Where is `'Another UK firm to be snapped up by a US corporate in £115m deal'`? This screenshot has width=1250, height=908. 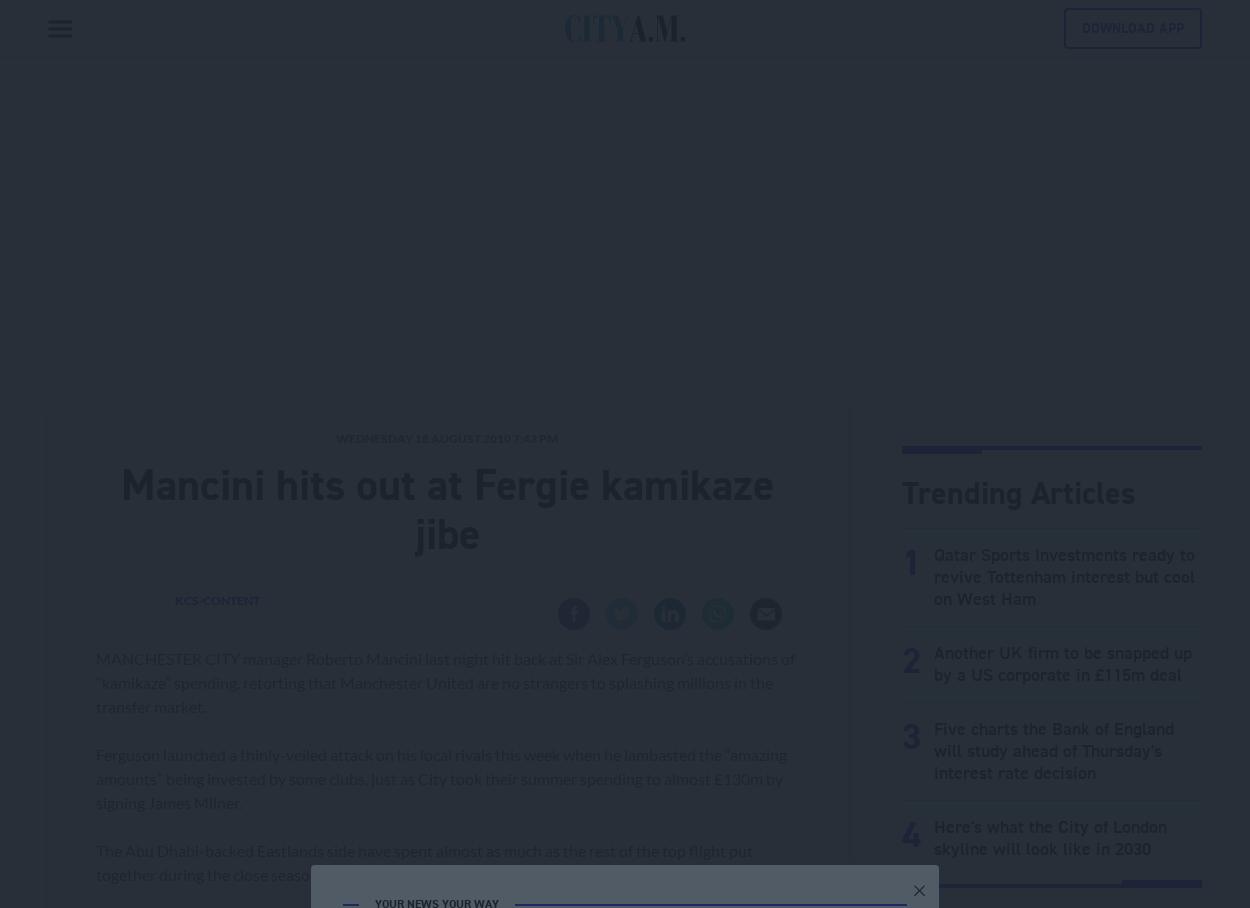 'Another UK firm to be snapped up by a US corporate in £115m deal' is located at coordinates (1062, 663).